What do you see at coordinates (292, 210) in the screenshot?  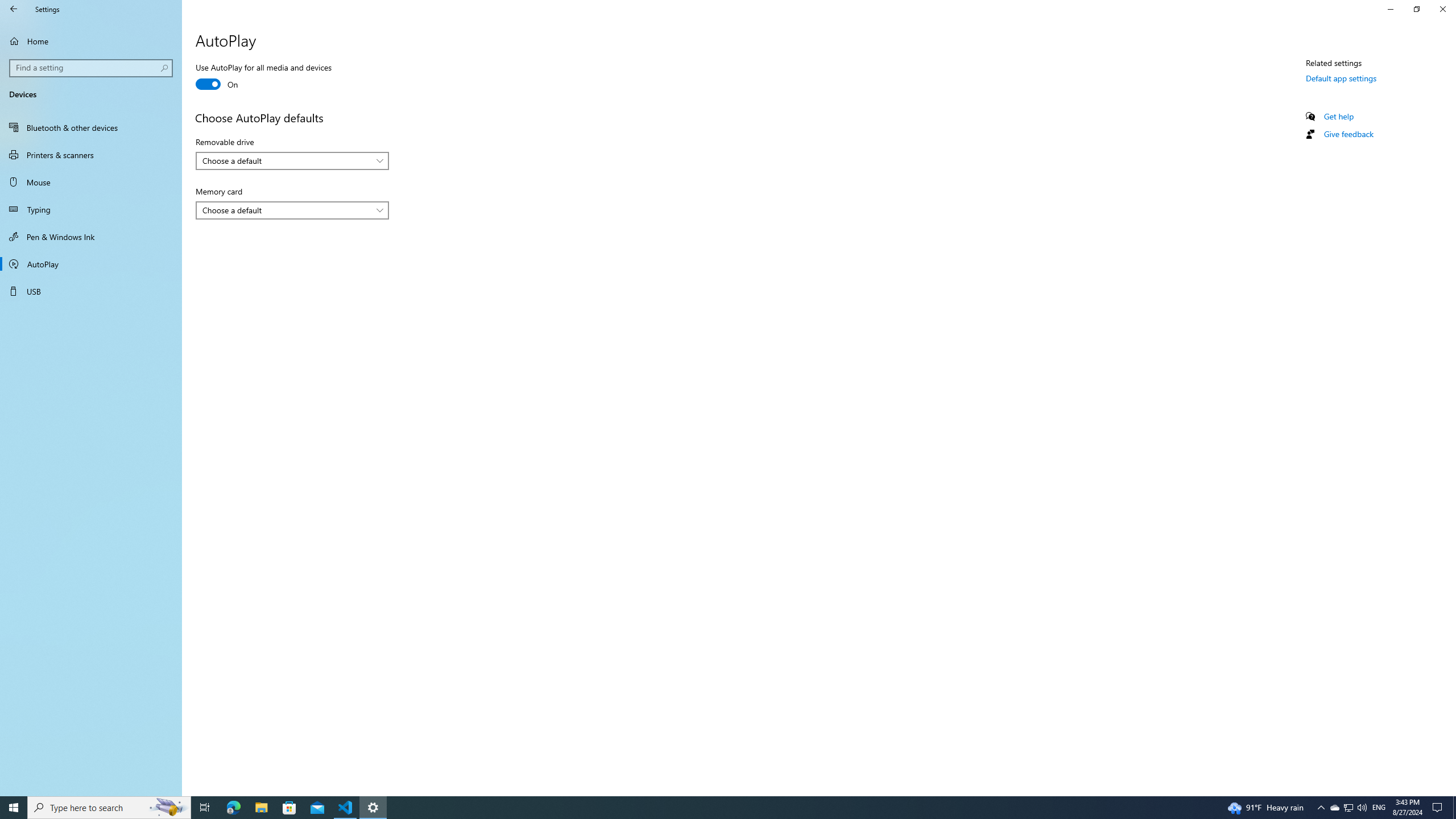 I see `'Memory card'` at bounding box center [292, 210].